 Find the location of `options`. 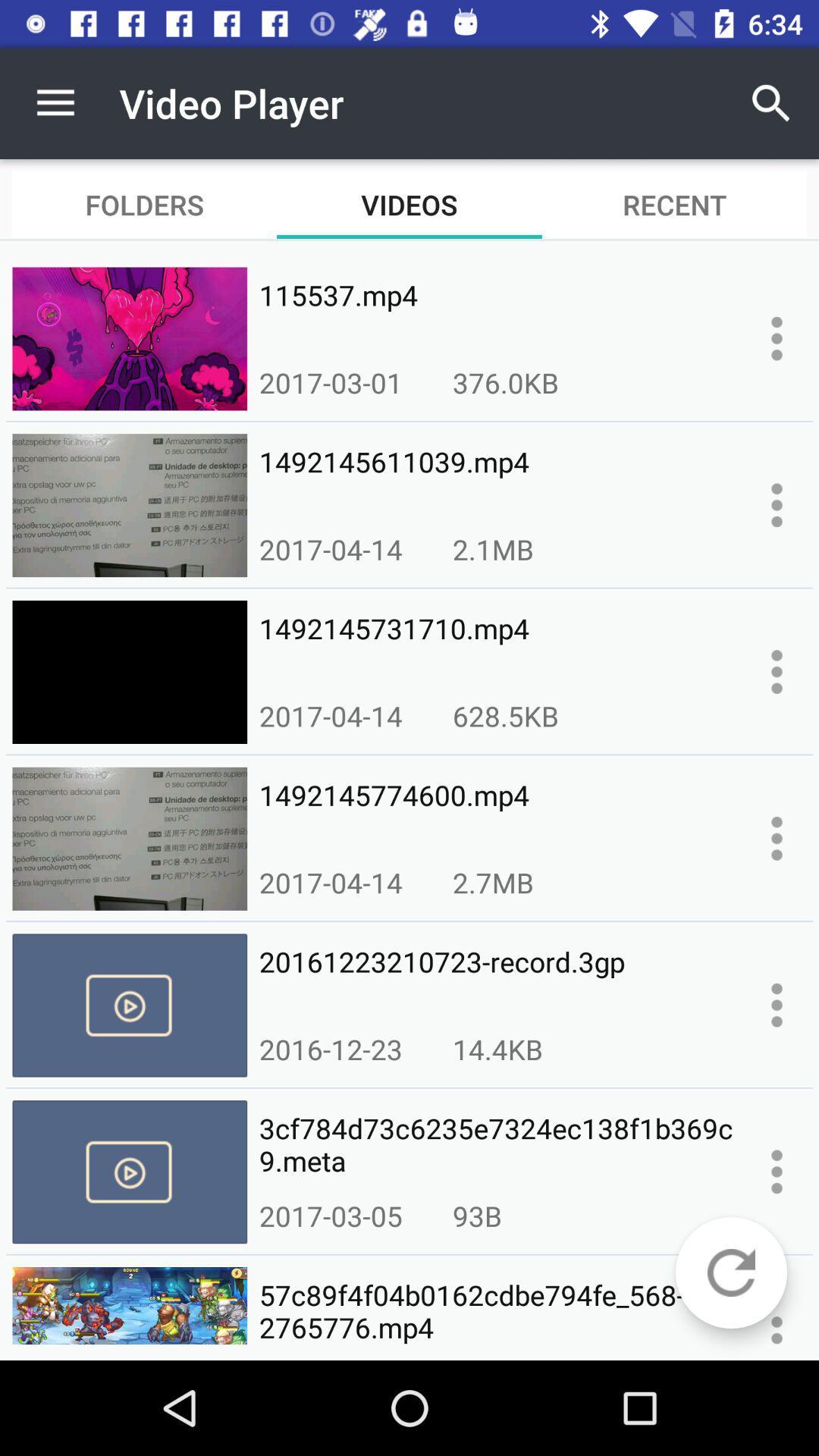

options is located at coordinates (777, 1005).